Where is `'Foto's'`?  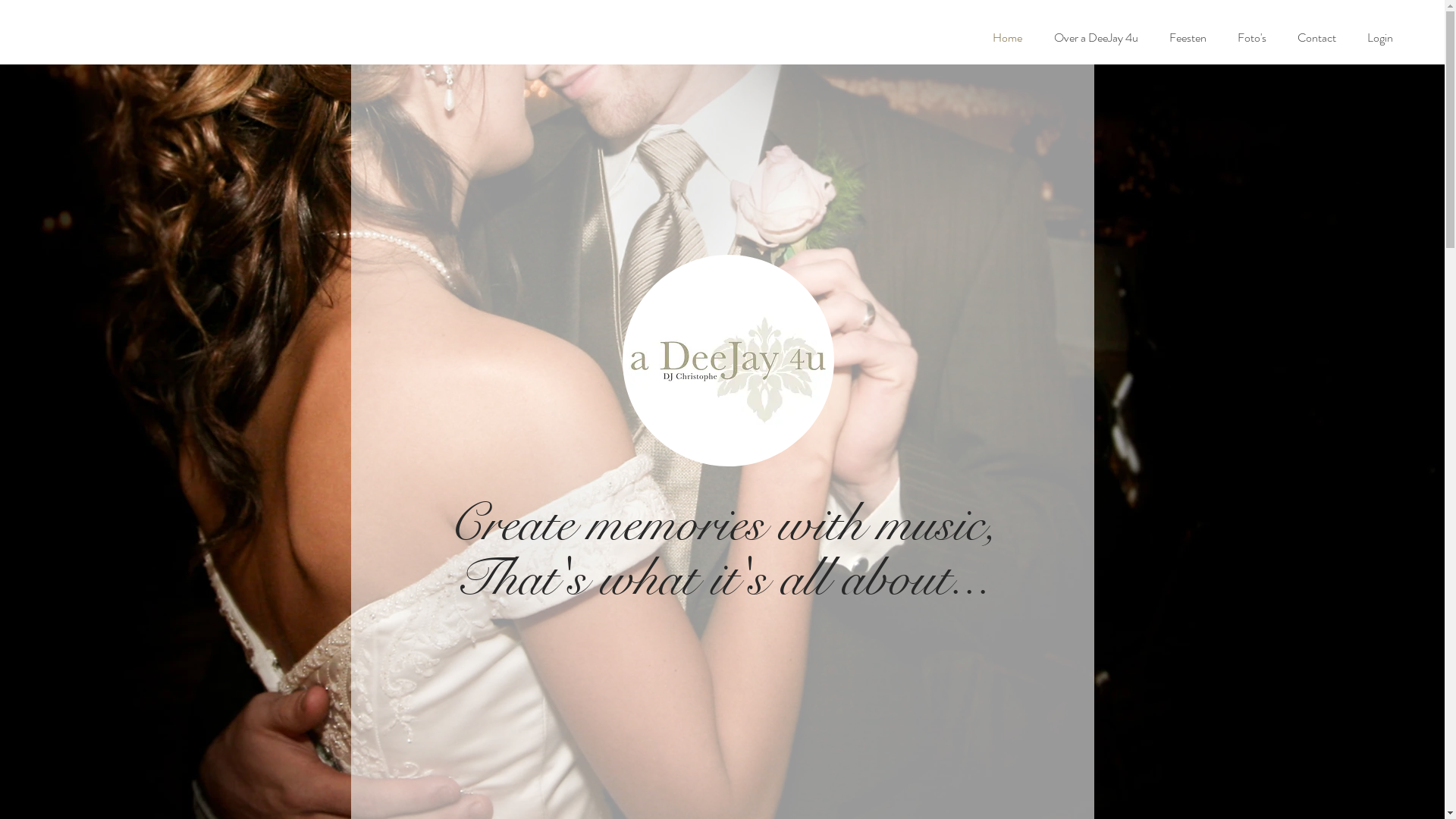 'Foto's' is located at coordinates (1251, 37).